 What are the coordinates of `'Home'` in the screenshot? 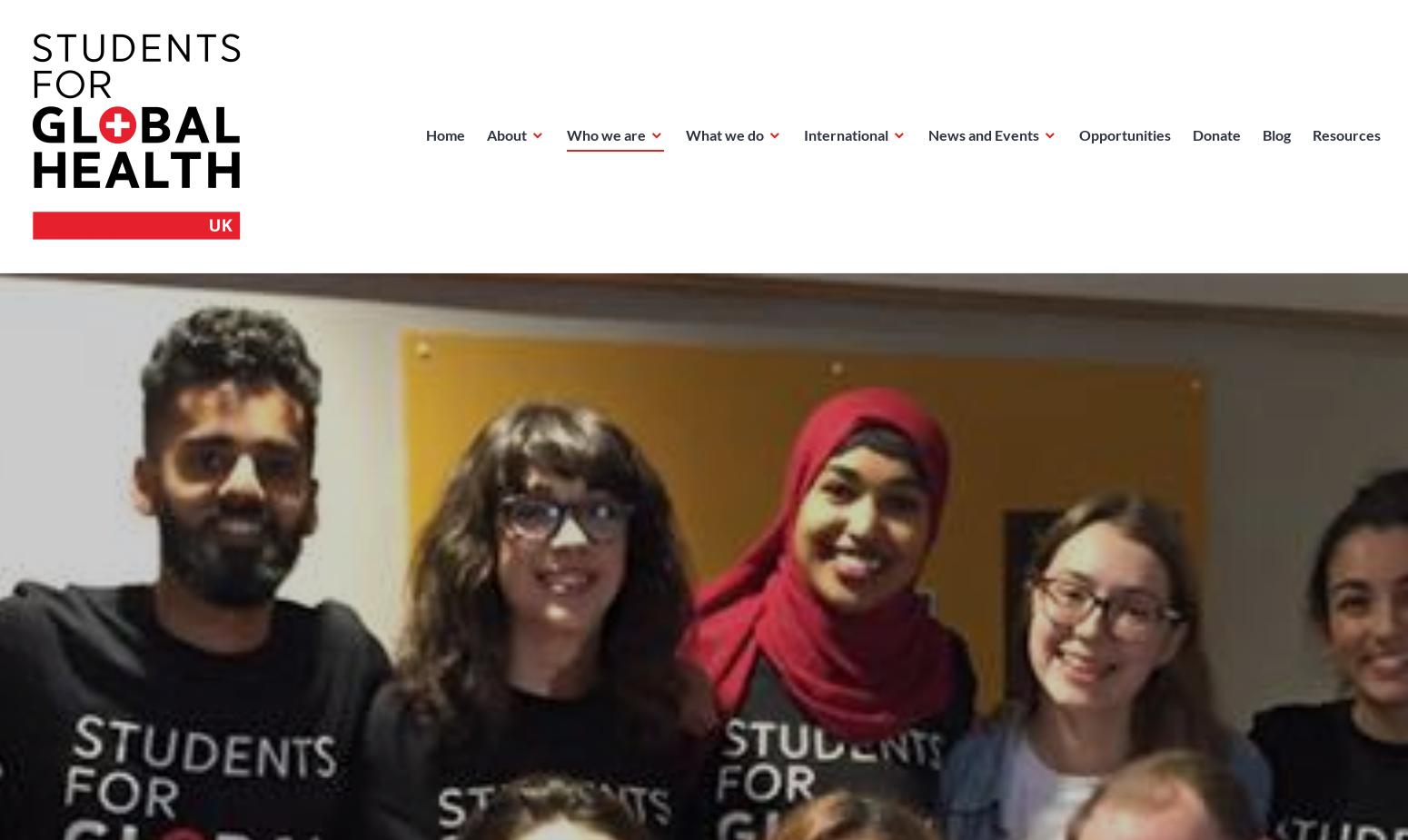 It's located at (444, 133).